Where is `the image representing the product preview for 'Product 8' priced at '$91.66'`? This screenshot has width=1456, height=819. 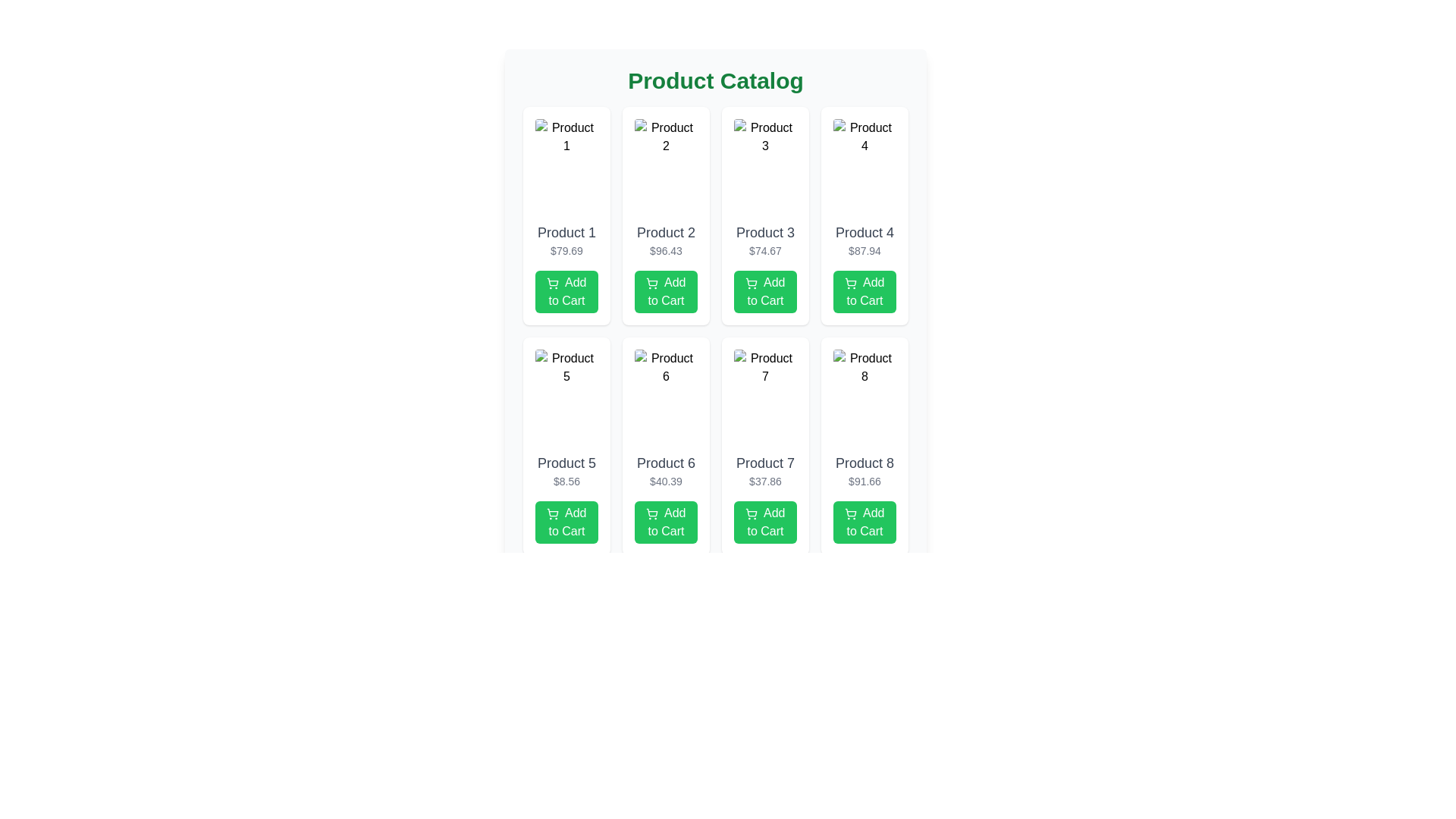
the image representing the product preview for 'Product 8' priced at '$91.66' is located at coordinates (864, 397).